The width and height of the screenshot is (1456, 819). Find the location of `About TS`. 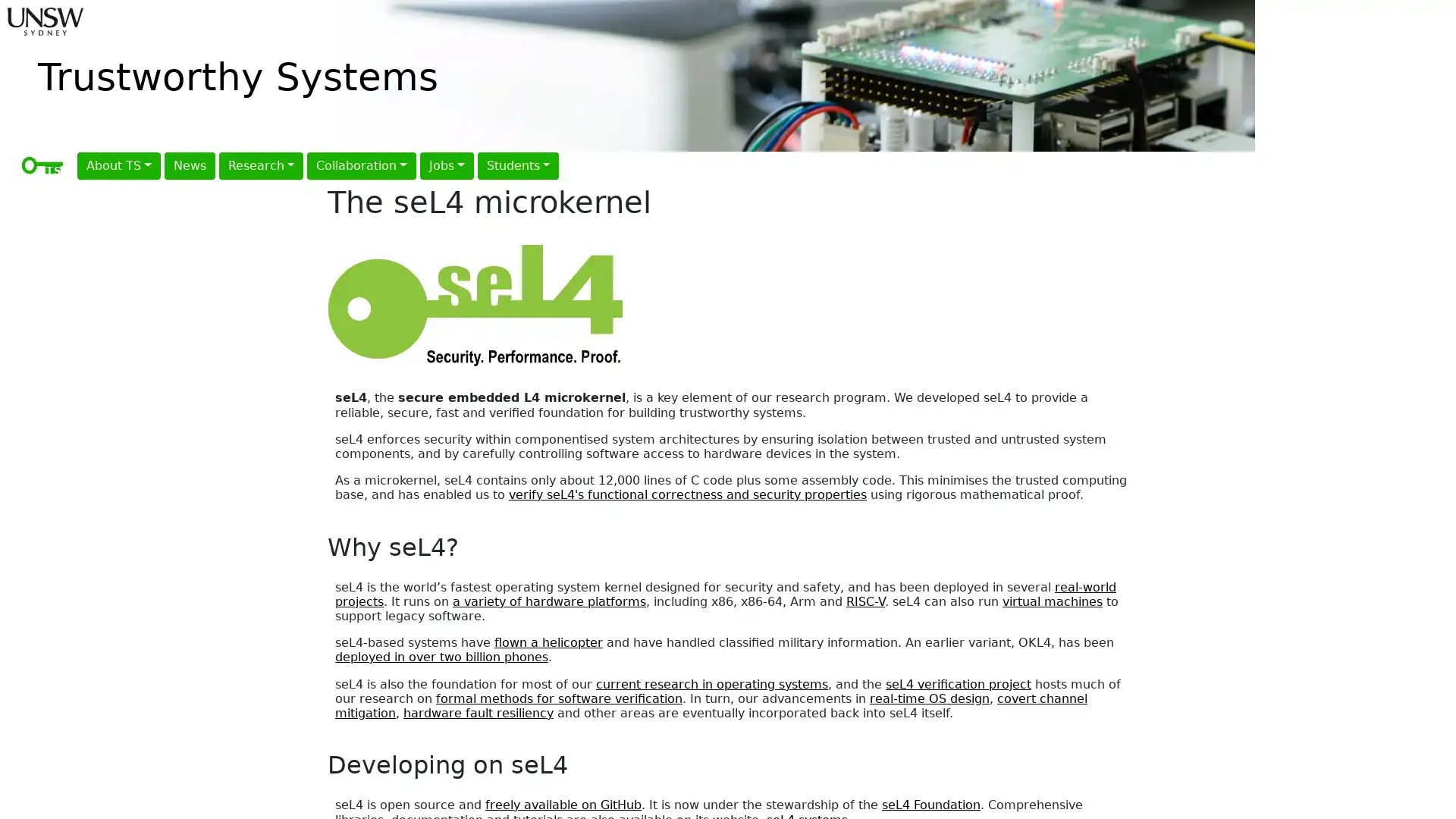

About TS is located at coordinates (118, 165).